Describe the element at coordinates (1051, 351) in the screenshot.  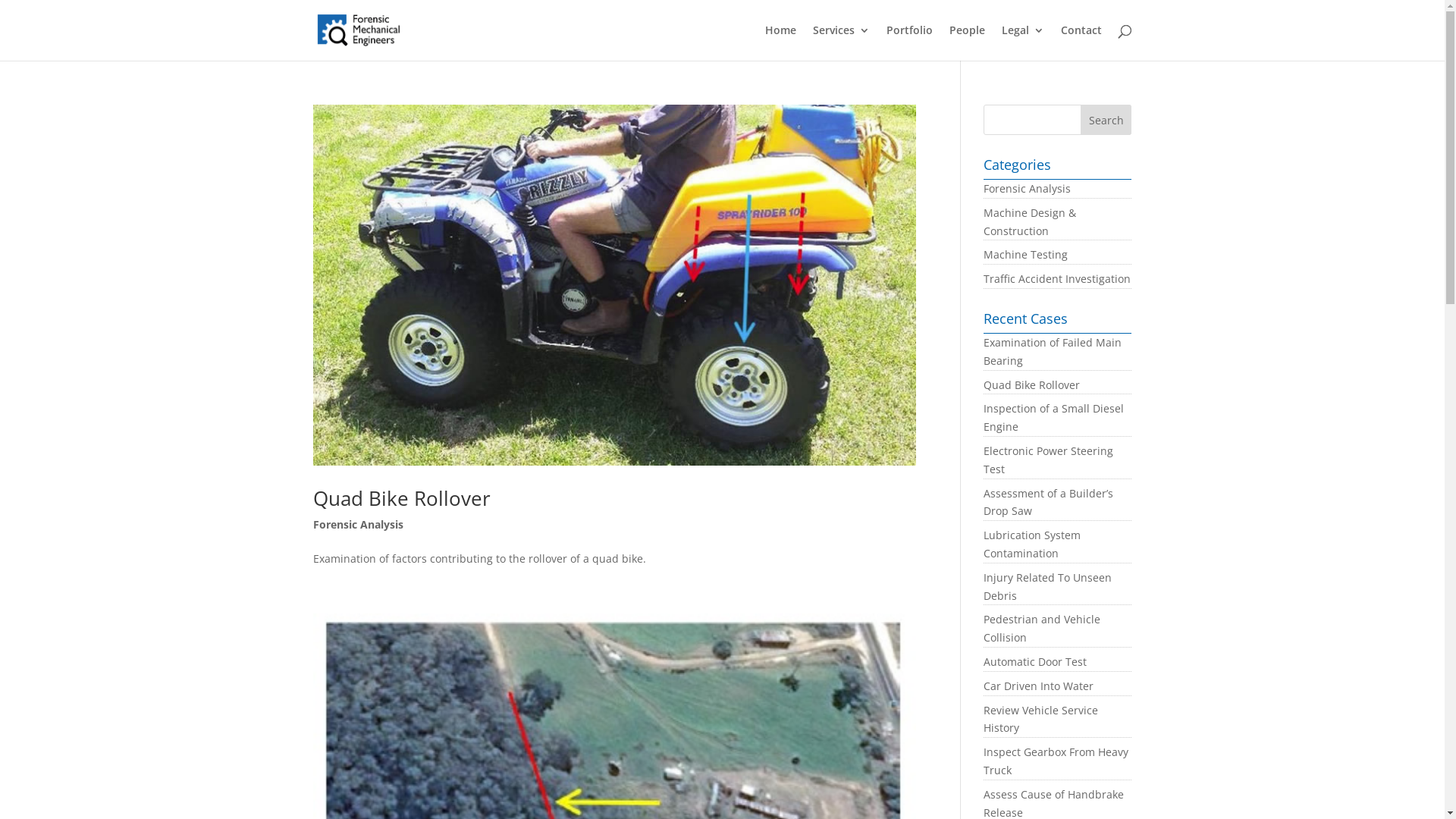
I see `'Examination of Failed Main Bearing'` at that location.